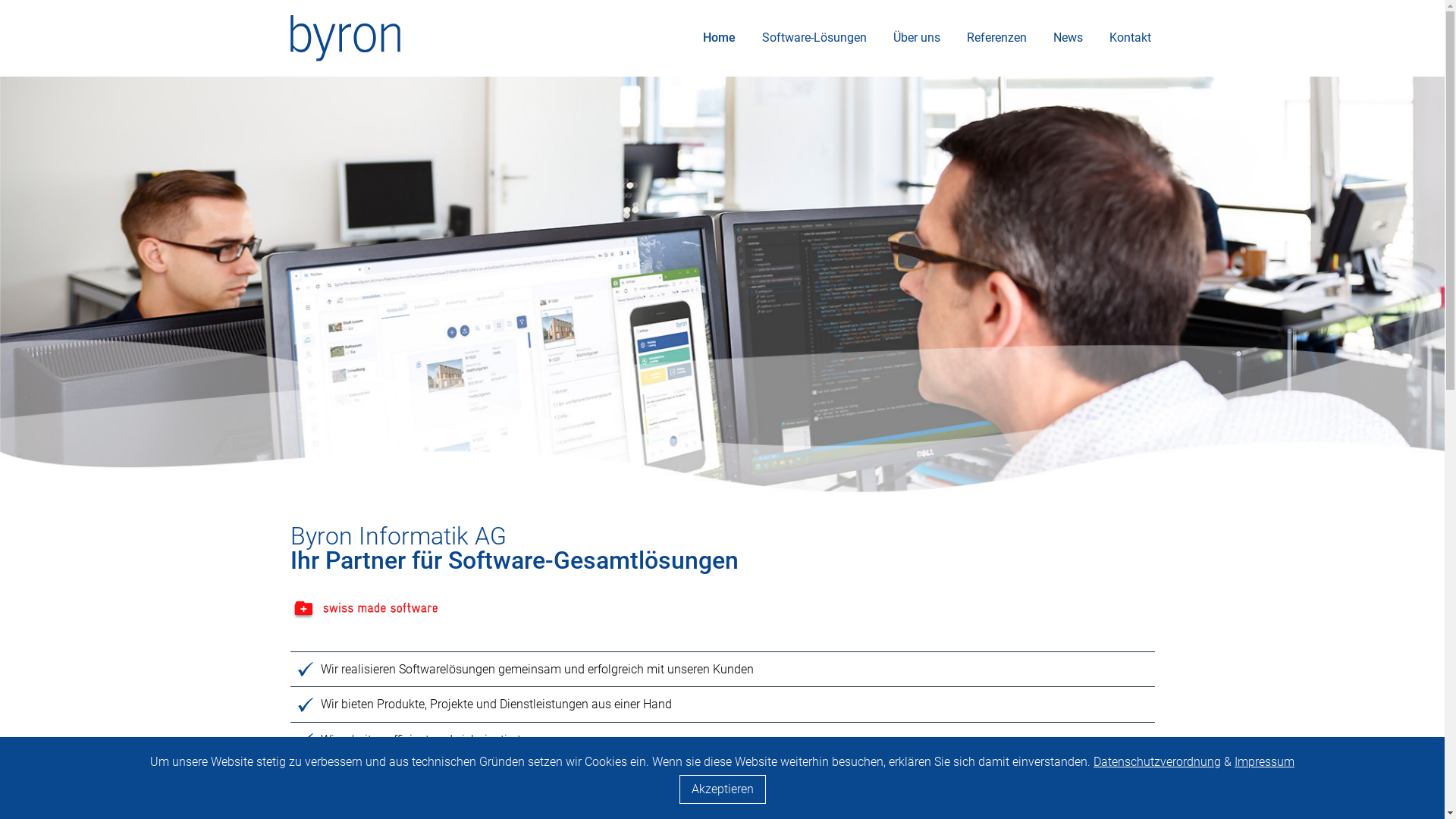 This screenshot has width=1456, height=819. What do you see at coordinates (1067, 37) in the screenshot?
I see `'News'` at bounding box center [1067, 37].